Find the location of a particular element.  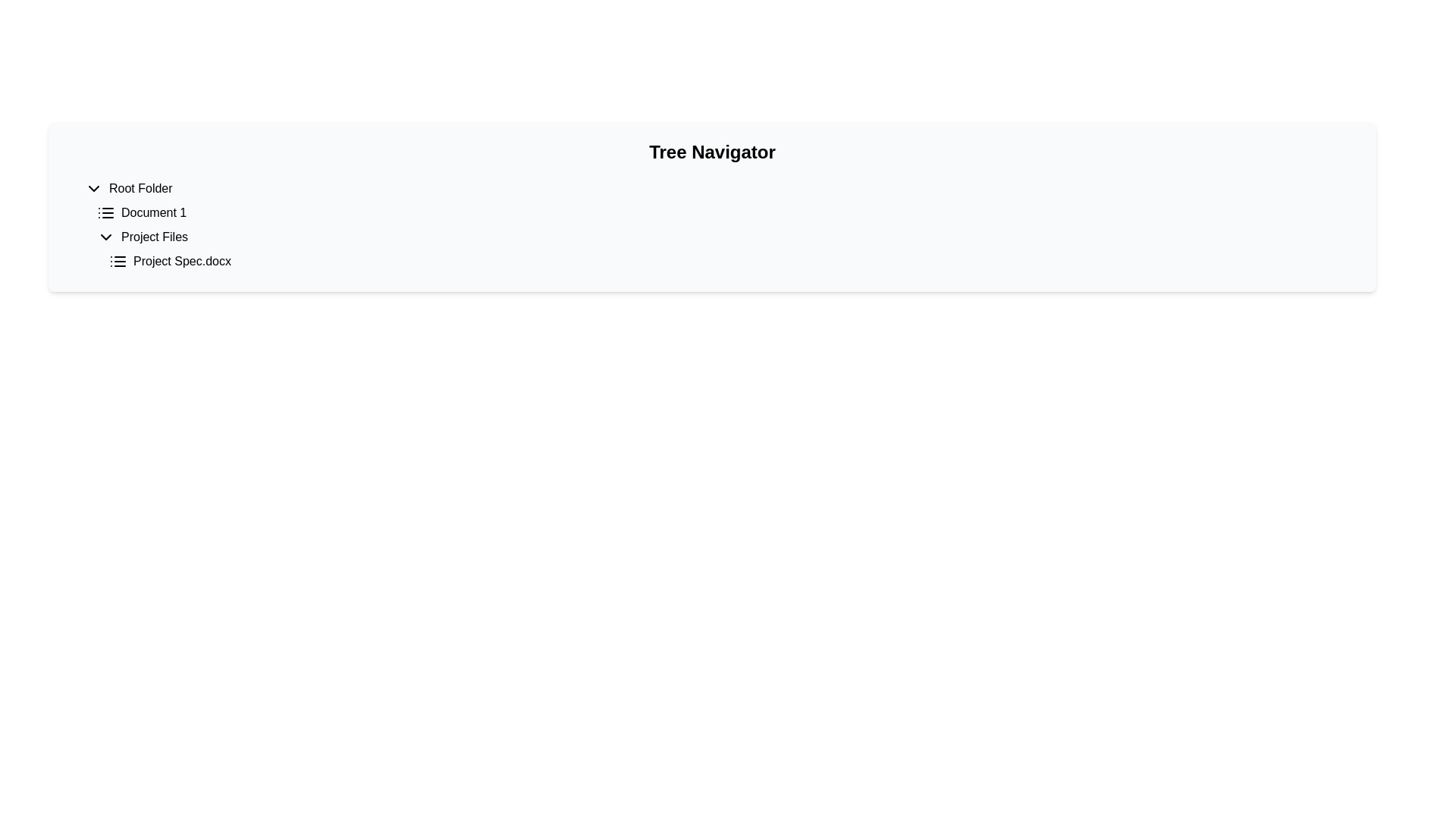

the file name displayed in the text label located beneath the 'Project Files' directory in the file explorer tree is located at coordinates (182, 260).